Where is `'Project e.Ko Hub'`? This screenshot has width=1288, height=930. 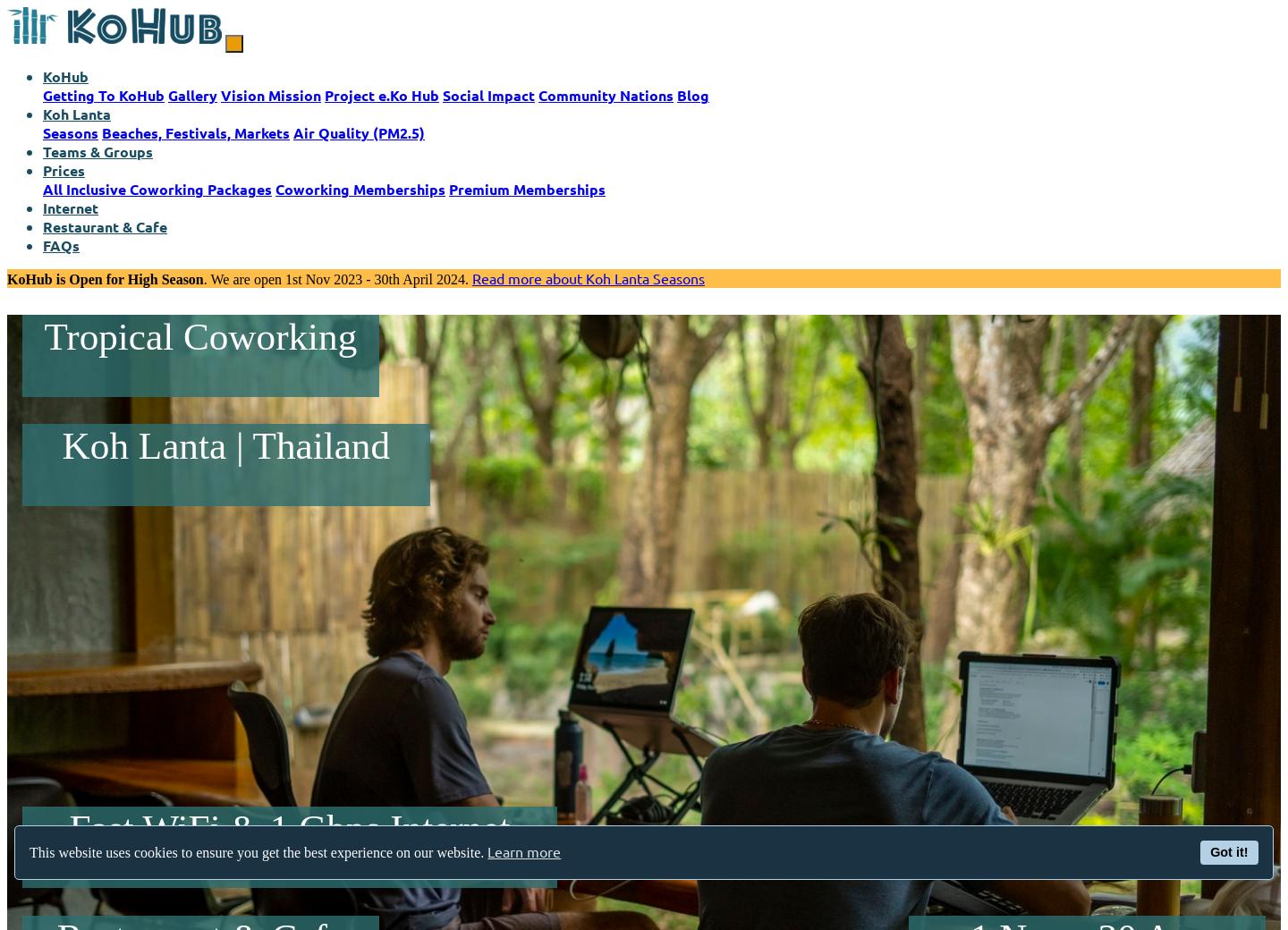 'Project e.Ko Hub' is located at coordinates (381, 94).